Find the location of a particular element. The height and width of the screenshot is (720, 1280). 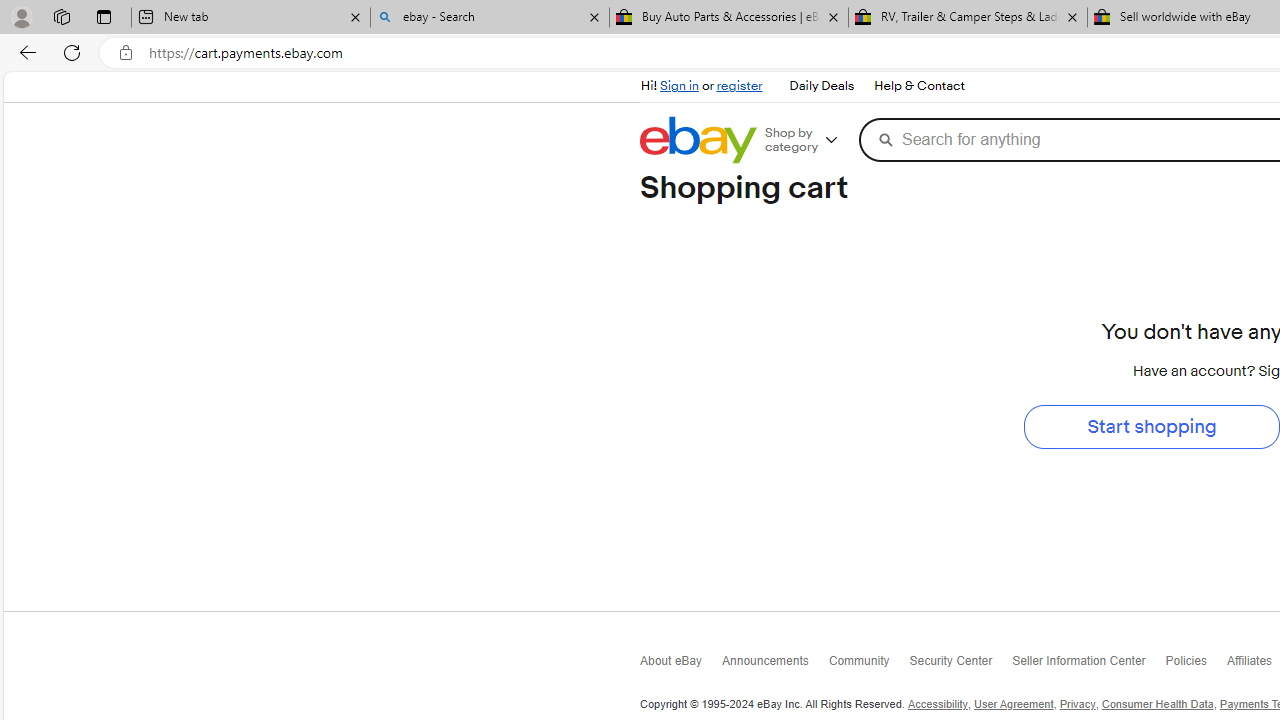

'Seller Information Center' is located at coordinates (1088, 666).